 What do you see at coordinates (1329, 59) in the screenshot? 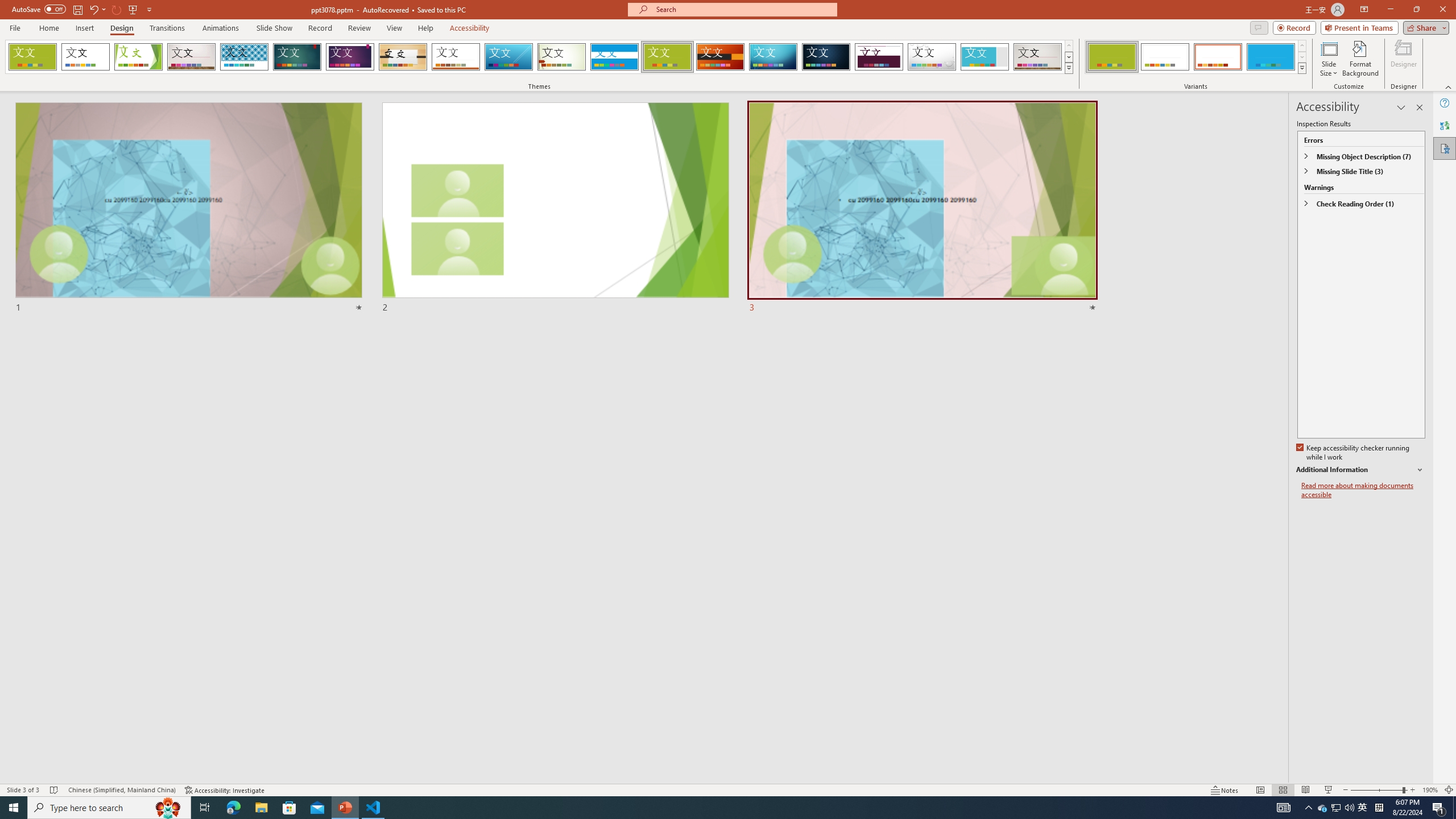
I see `'Slide Size'` at bounding box center [1329, 59].